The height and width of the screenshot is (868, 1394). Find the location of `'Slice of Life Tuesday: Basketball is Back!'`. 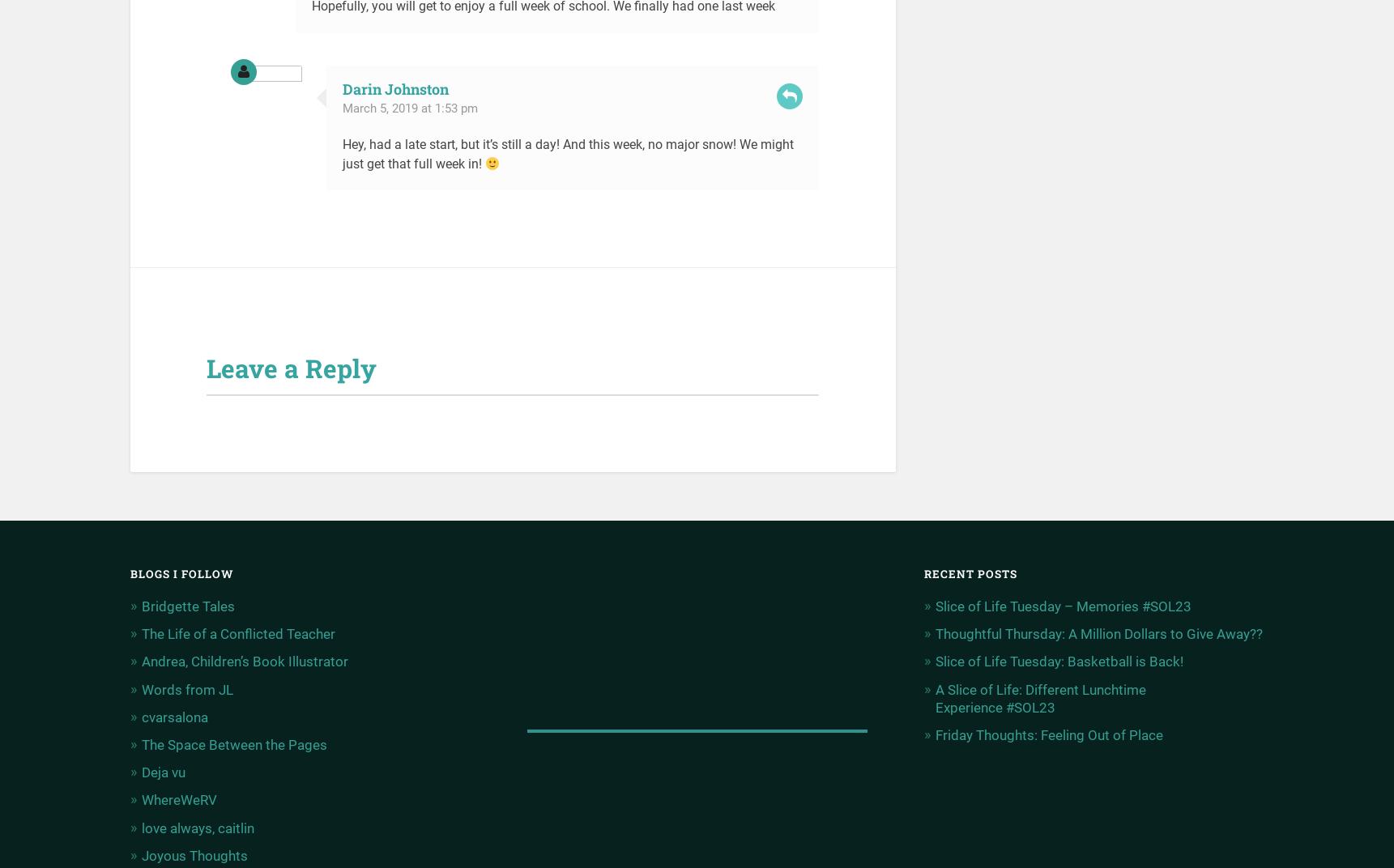

'Slice of Life Tuesday: Basketball is Back!' is located at coordinates (1058, 660).